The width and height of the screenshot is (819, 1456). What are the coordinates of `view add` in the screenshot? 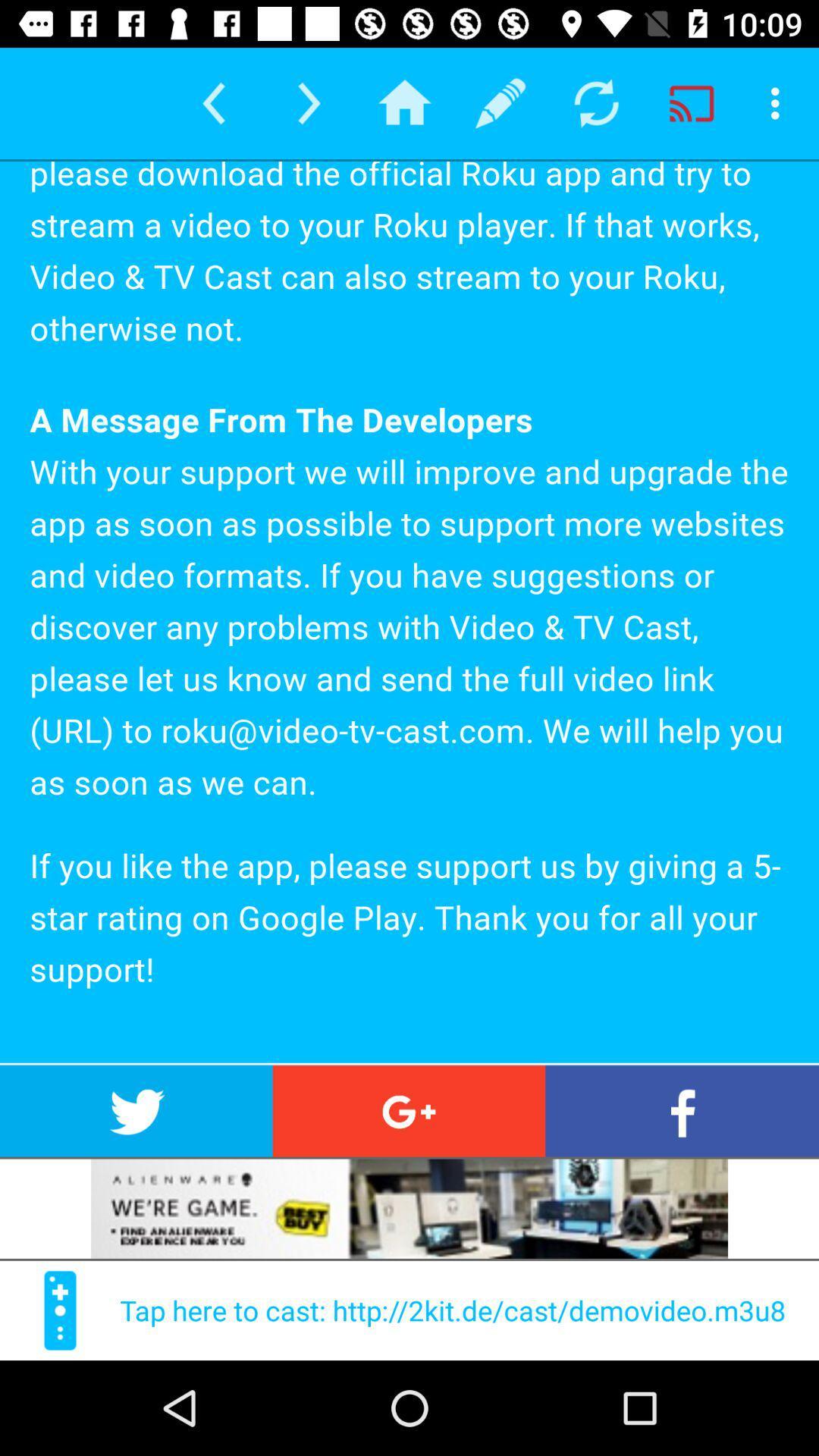 It's located at (409, 1208).